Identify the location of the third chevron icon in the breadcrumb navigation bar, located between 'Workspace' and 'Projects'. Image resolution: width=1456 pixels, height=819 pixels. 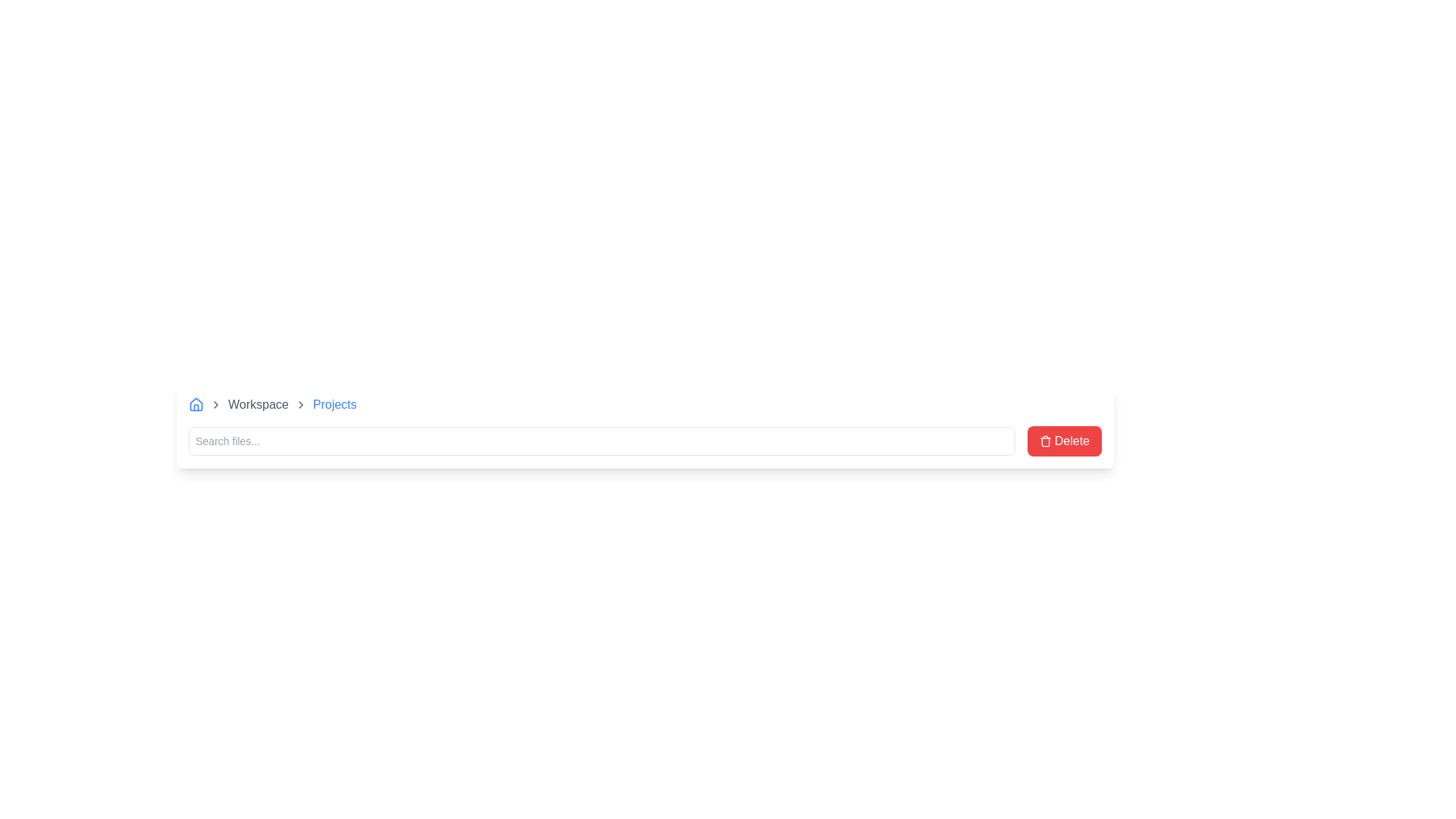
(300, 403).